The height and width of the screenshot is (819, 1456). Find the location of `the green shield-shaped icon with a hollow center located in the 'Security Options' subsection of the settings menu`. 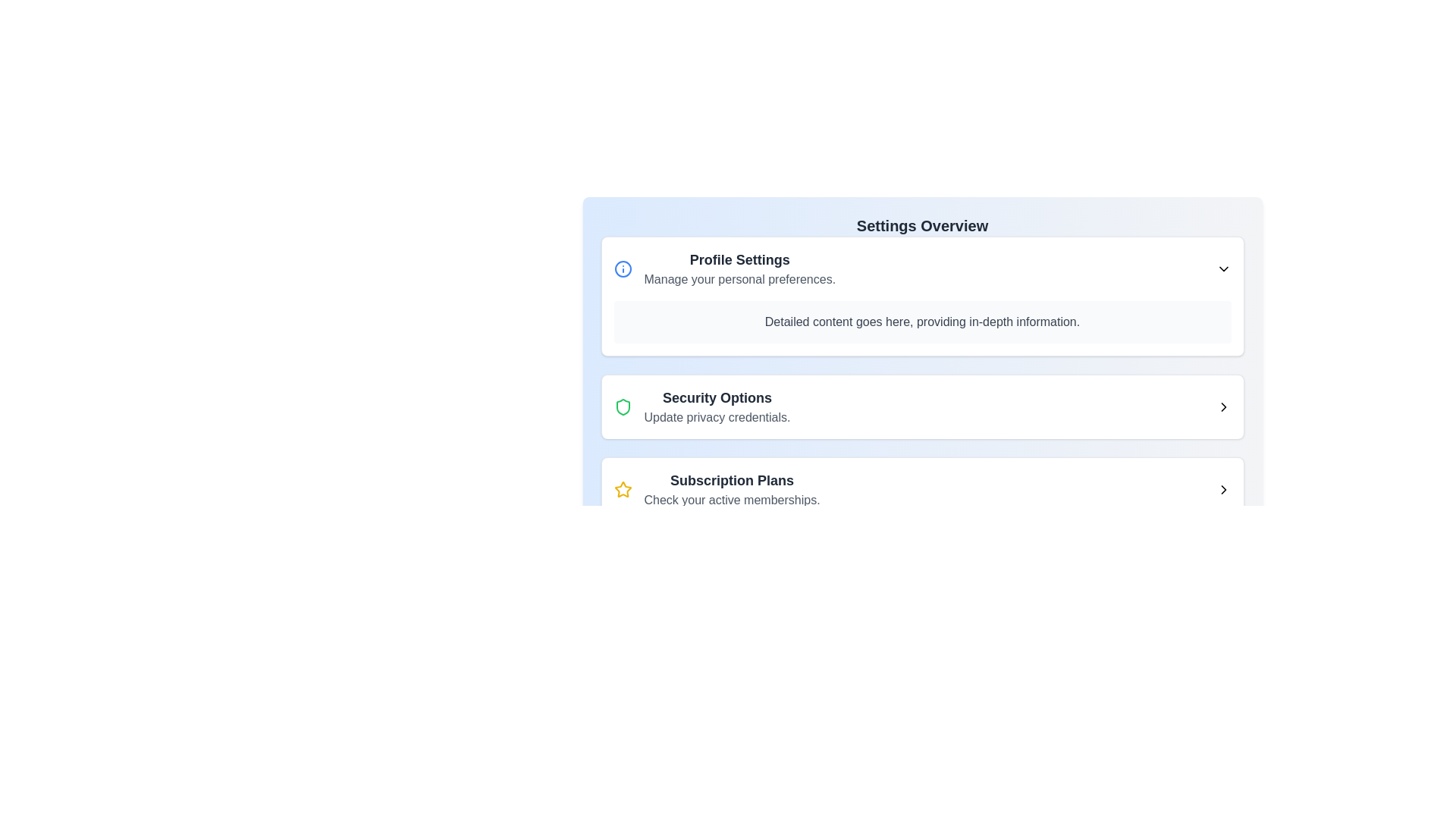

the green shield-shaped icon with a hollow center located in the 'Security Options' subsection of the settings menu is located at coordinates (623, 406).